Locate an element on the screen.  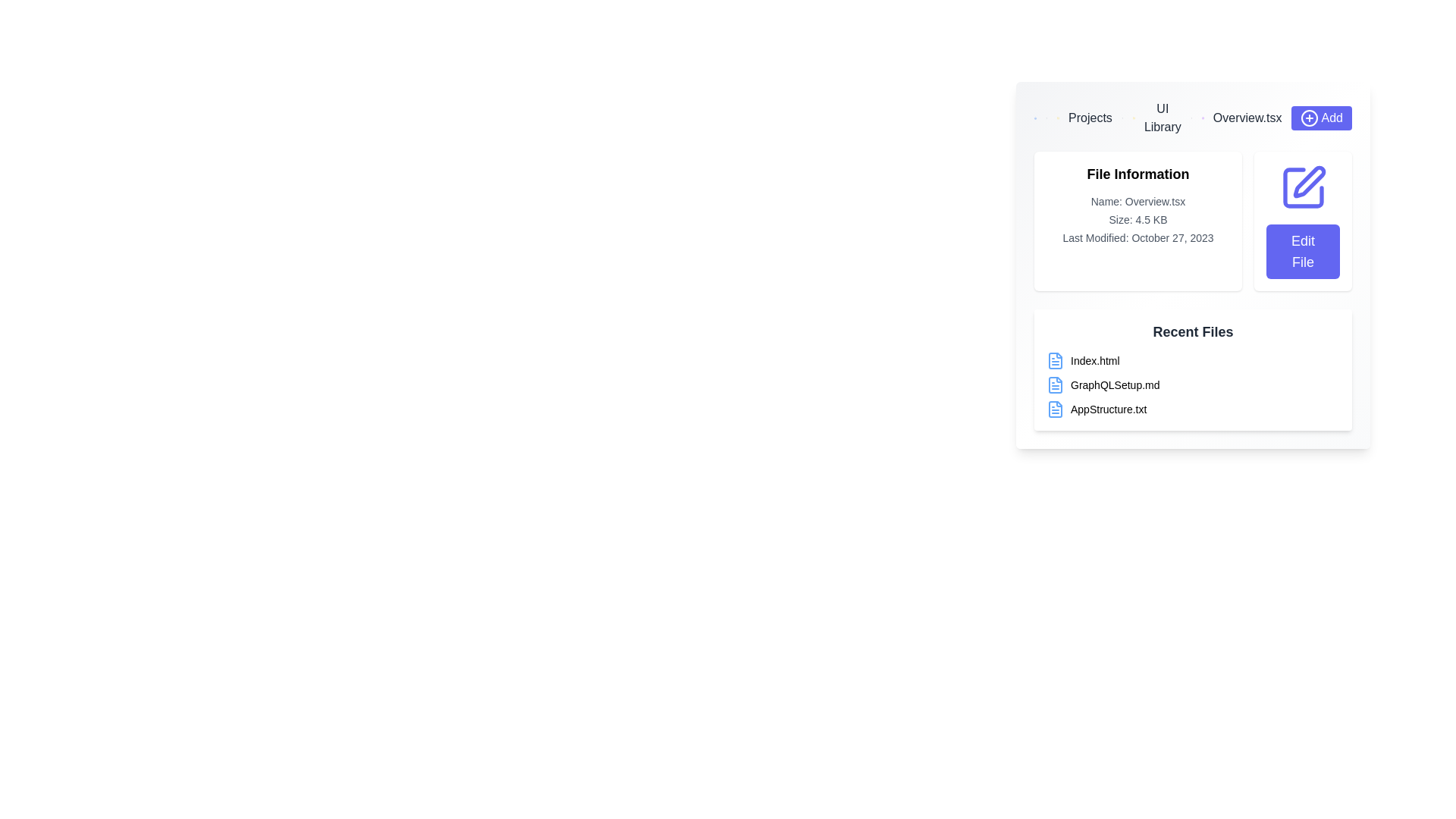
information displayed in the Text Display element located in the 'File Information' section, positioned below the heading 'File Information' is located at coordinates (1138, 219).